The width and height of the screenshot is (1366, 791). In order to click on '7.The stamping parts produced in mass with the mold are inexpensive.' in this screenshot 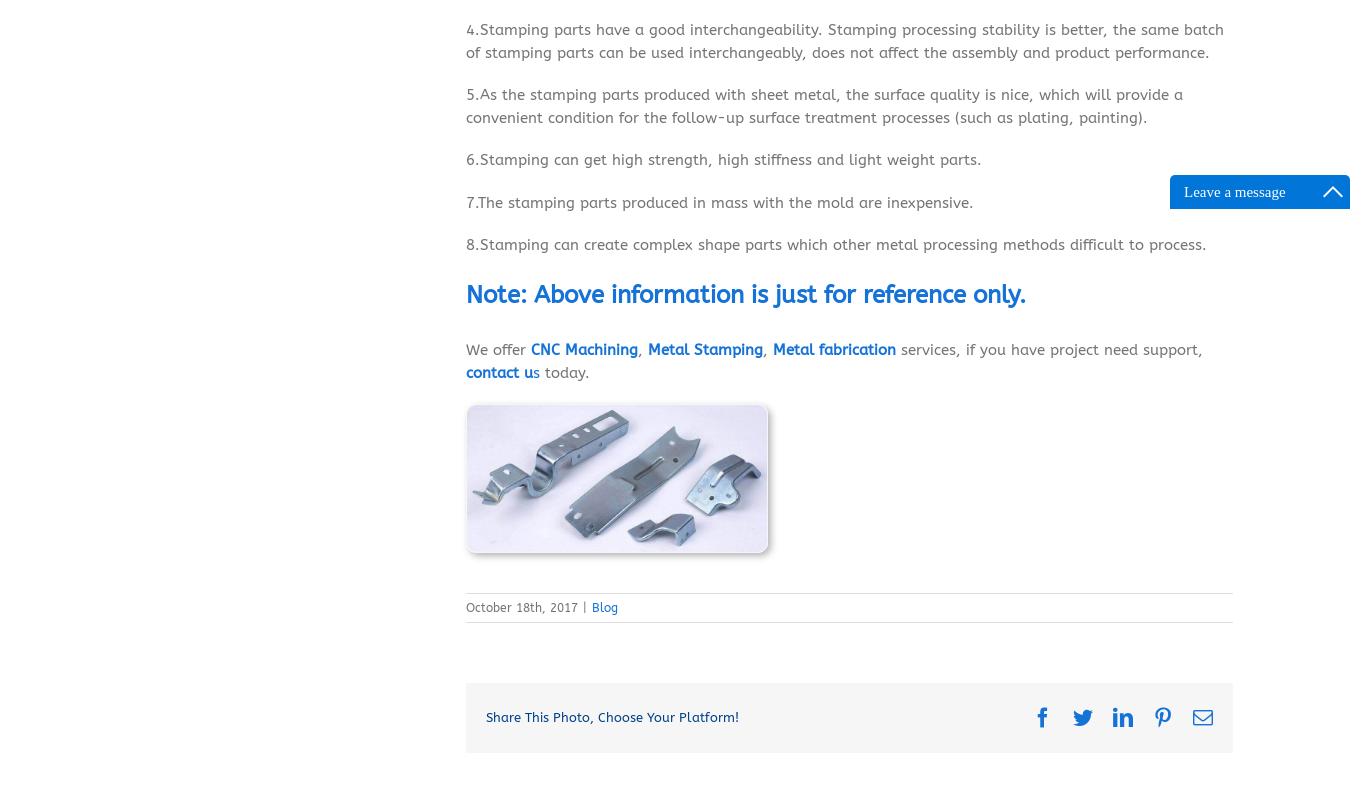, I will do `click(720, 205)`.